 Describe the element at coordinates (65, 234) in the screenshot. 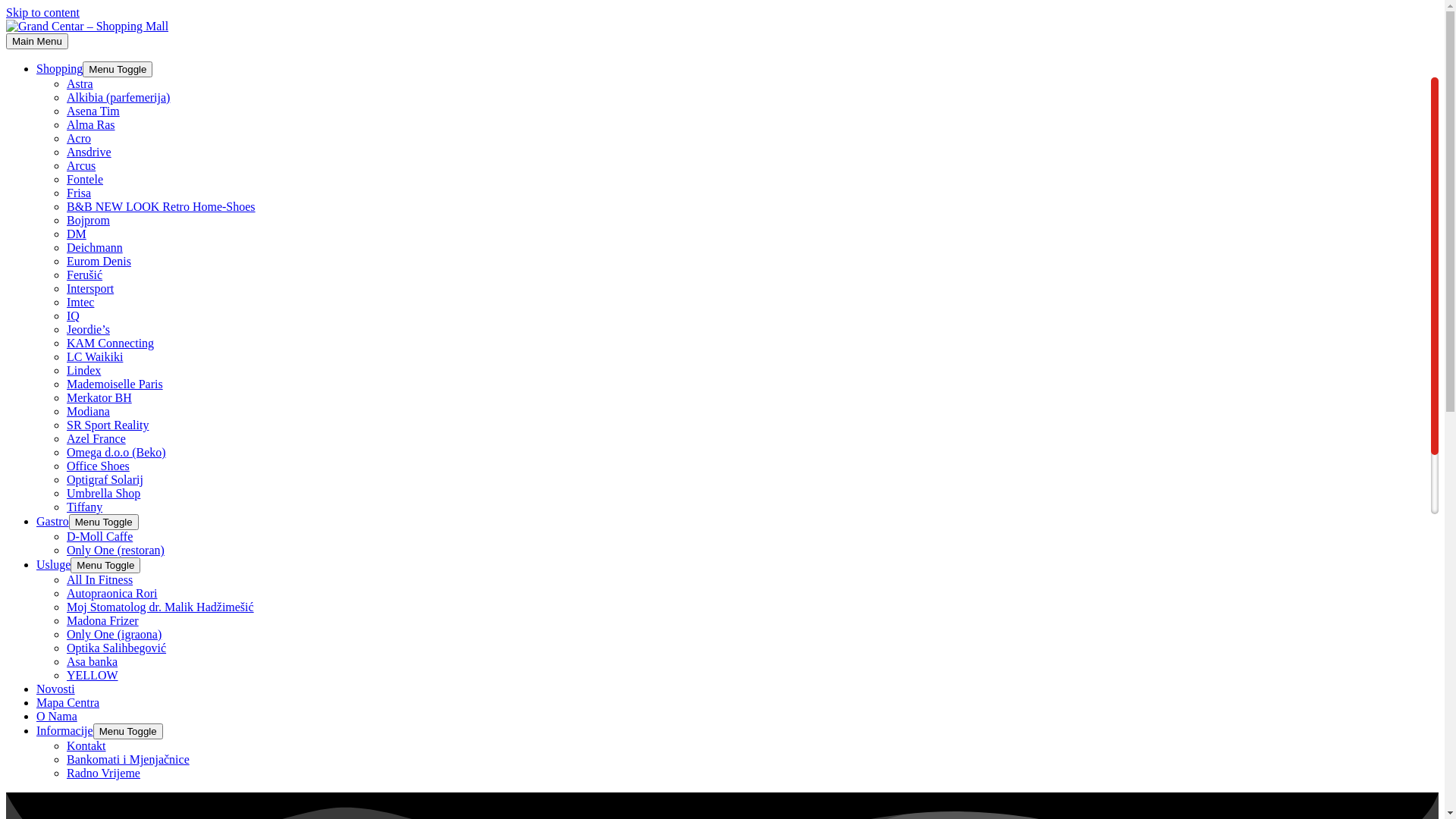

I see `'DM'` at that location.